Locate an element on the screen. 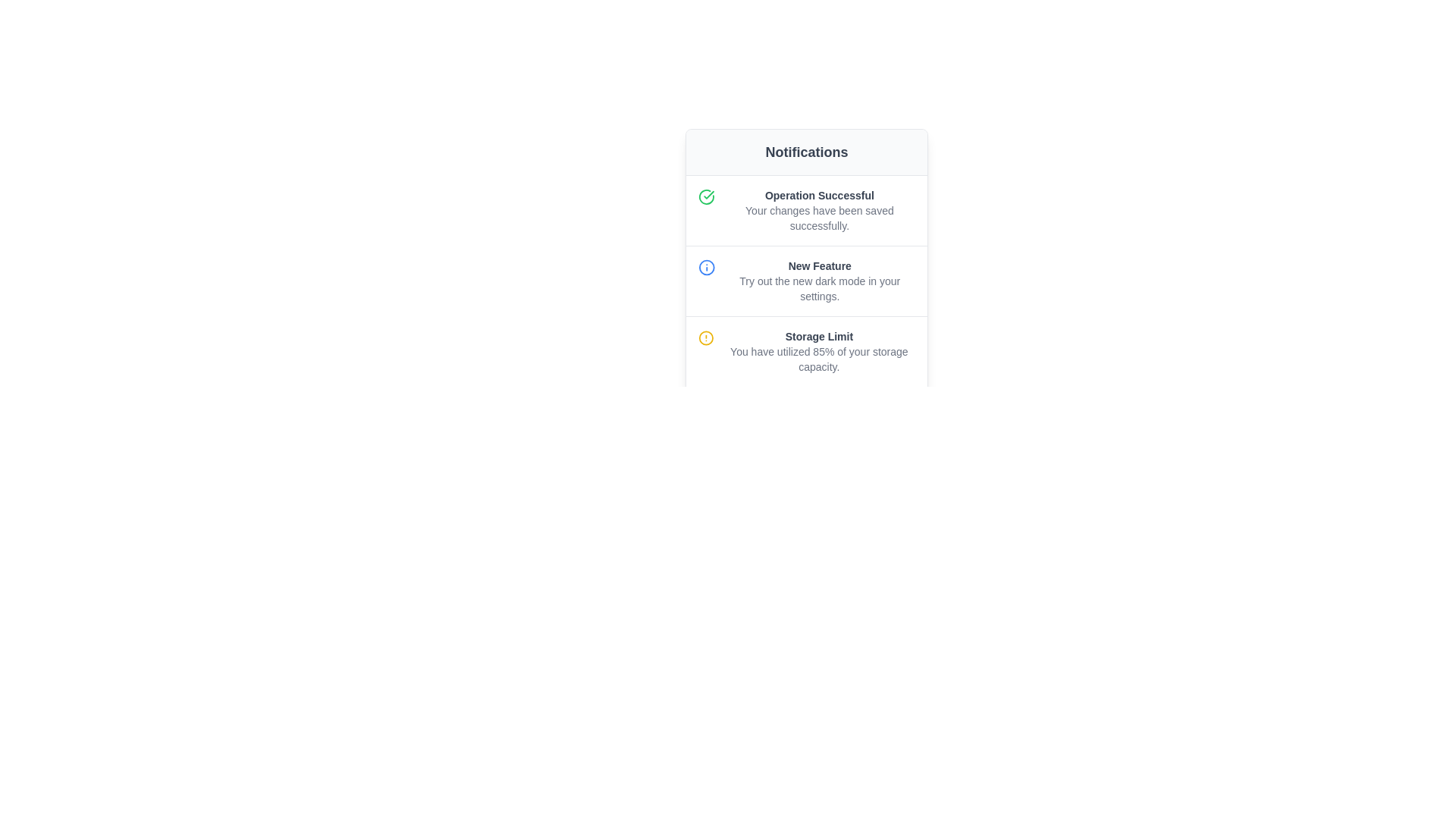 The height and width of the screenshot is (819, 1456). the heading text label in the second notification card, which summarizes the content beneath it and is aligned horizontally with the center of the notification list is located at coordinates (819, 265).